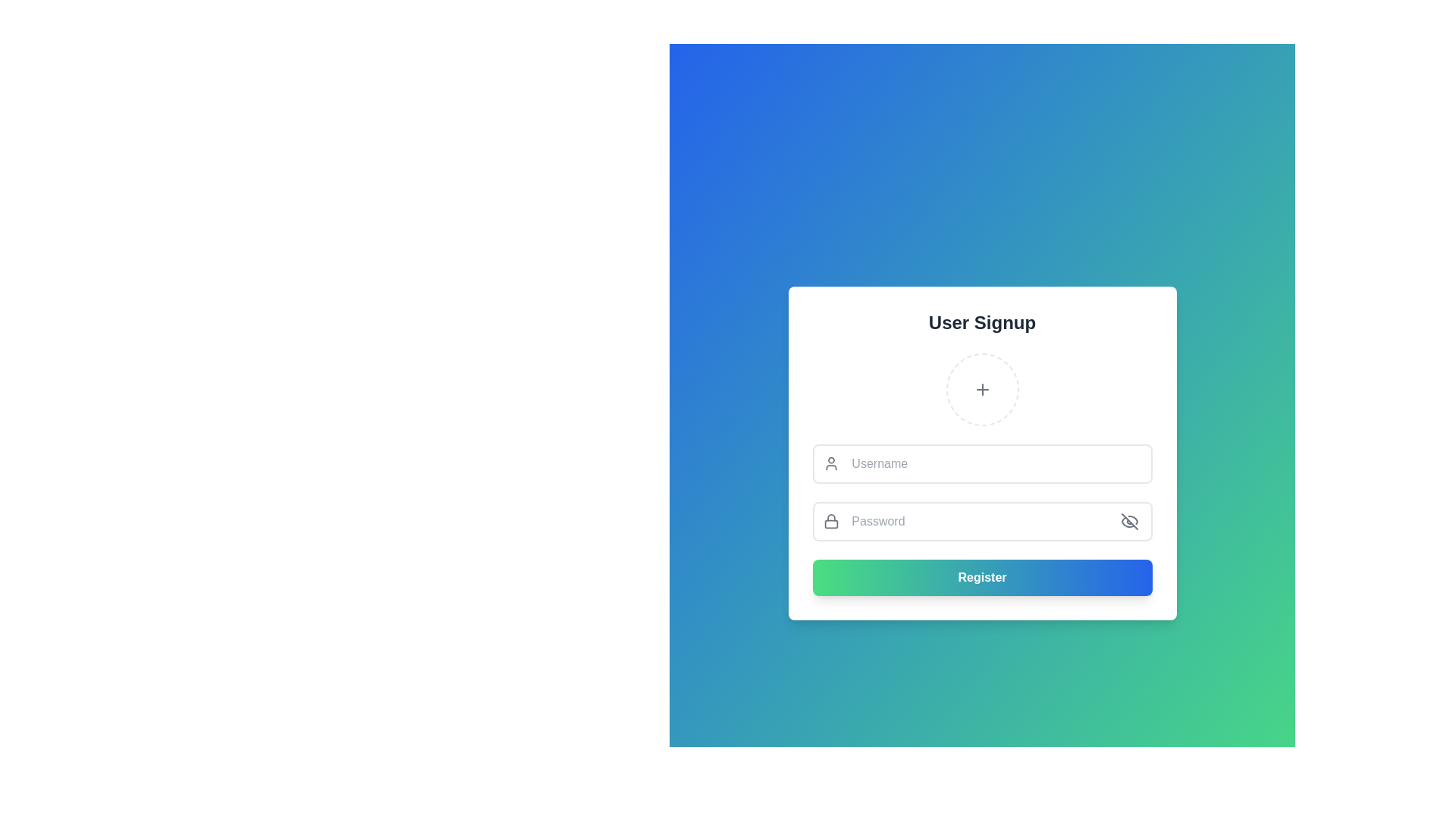 Image resolution: width=1456 pixels, height=819 pixels. I want to click on bottom rectangular portion of the padlock icon, which indicates the security of user credentials in the password input field, so click(830, 524).